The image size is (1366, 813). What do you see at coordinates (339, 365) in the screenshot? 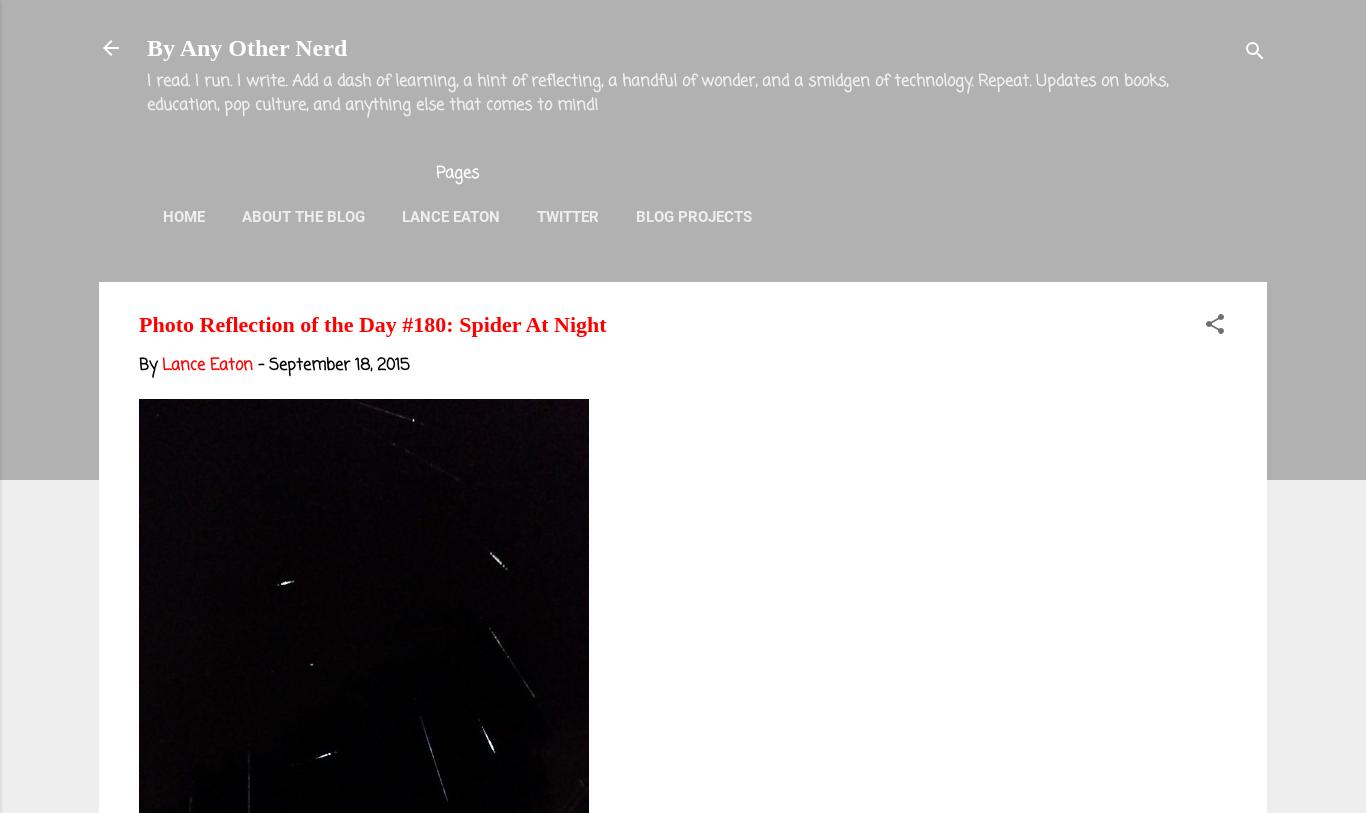
I see `'September 18, 2015'` at bounding box center [339, 365].